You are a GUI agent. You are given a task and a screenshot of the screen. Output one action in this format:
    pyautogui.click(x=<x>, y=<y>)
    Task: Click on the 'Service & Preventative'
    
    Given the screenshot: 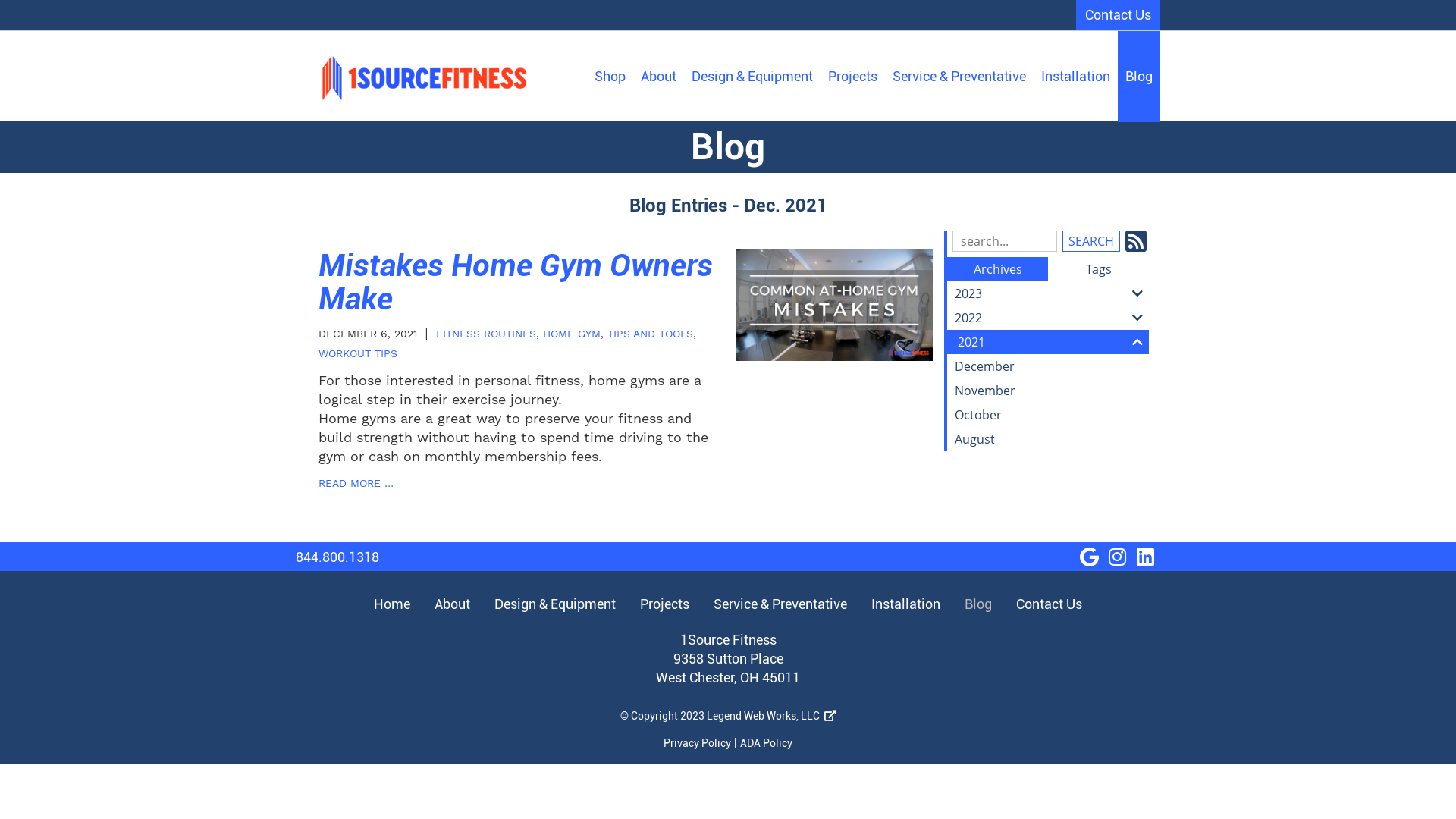 What is the action you would take?
    pyautogui.click(x=706, y=603)
    